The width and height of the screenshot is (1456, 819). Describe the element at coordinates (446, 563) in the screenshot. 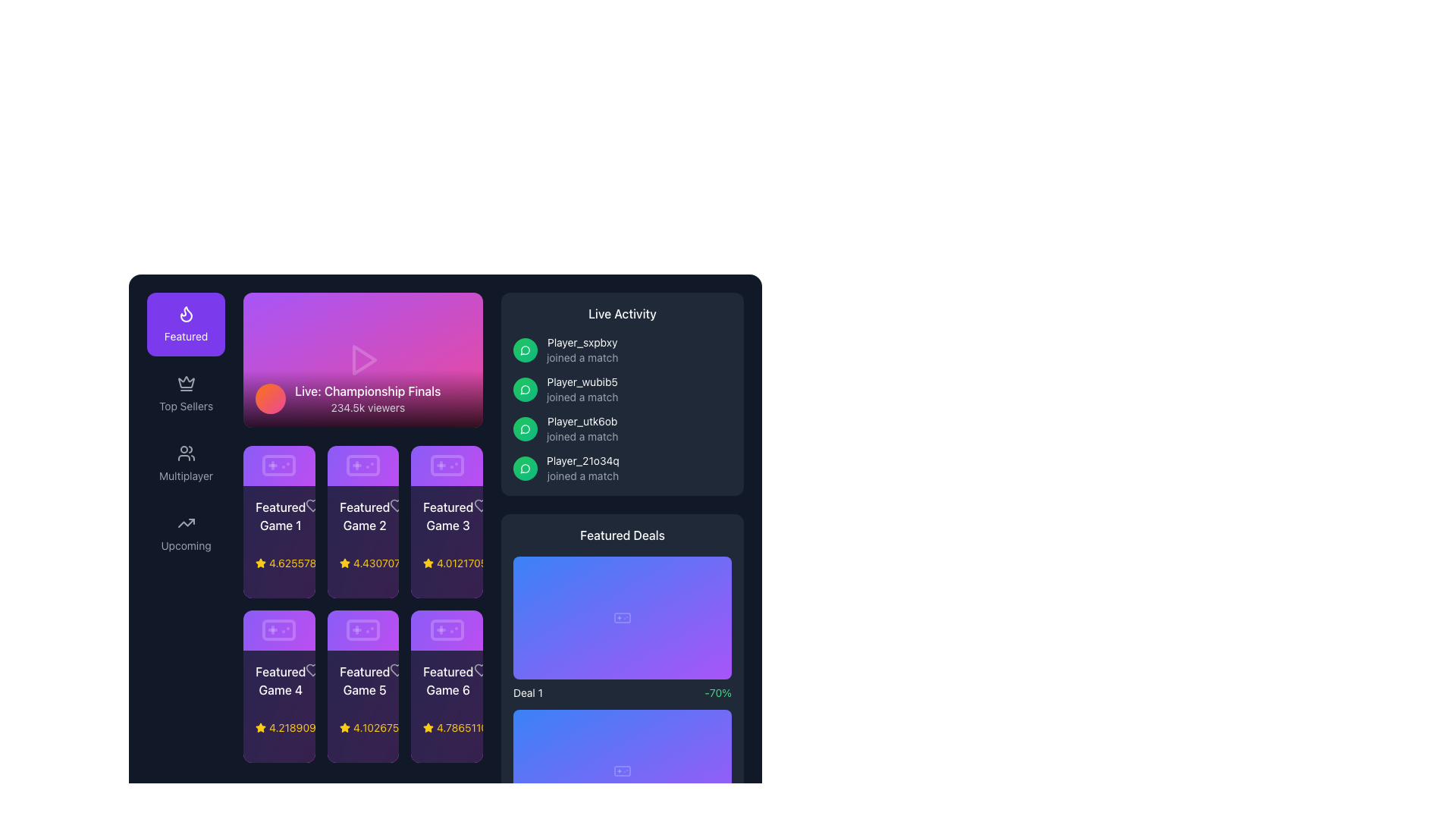

I see `the text label displaying '4.012170588817811â¢ 12085 online$31.99' located below the title 'Featured Game 3' in the featured games layout` at that location.